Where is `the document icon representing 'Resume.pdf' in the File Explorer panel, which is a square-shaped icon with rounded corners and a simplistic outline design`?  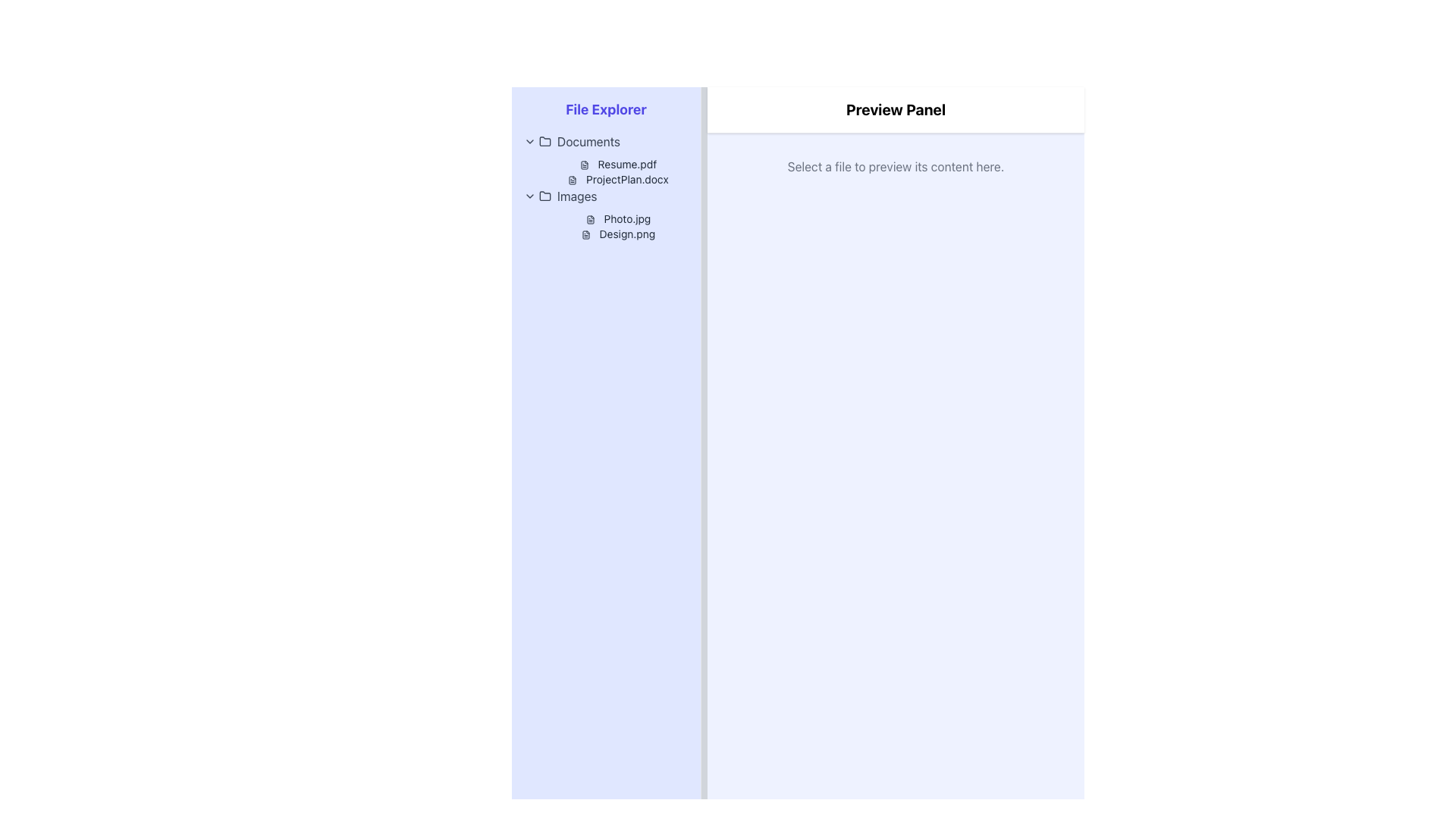 the document icon representing 'Resume.pdf' in the File Explorer panel, which is a square-shaped icon with rounded corners and a simplistic outline design is located at coordinates (583, 165).